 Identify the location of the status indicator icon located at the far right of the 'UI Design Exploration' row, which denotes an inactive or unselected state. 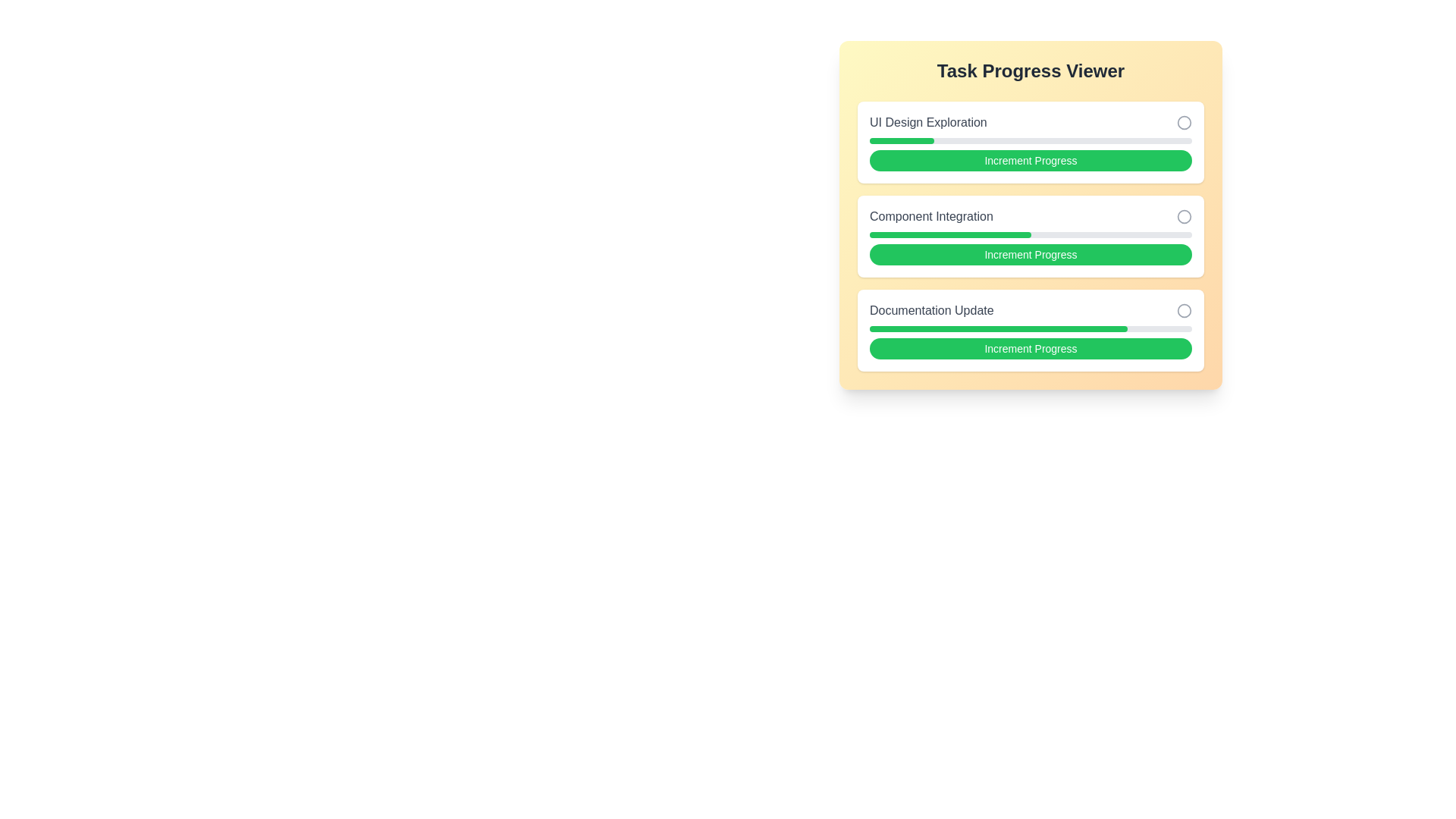
(1183, 122).